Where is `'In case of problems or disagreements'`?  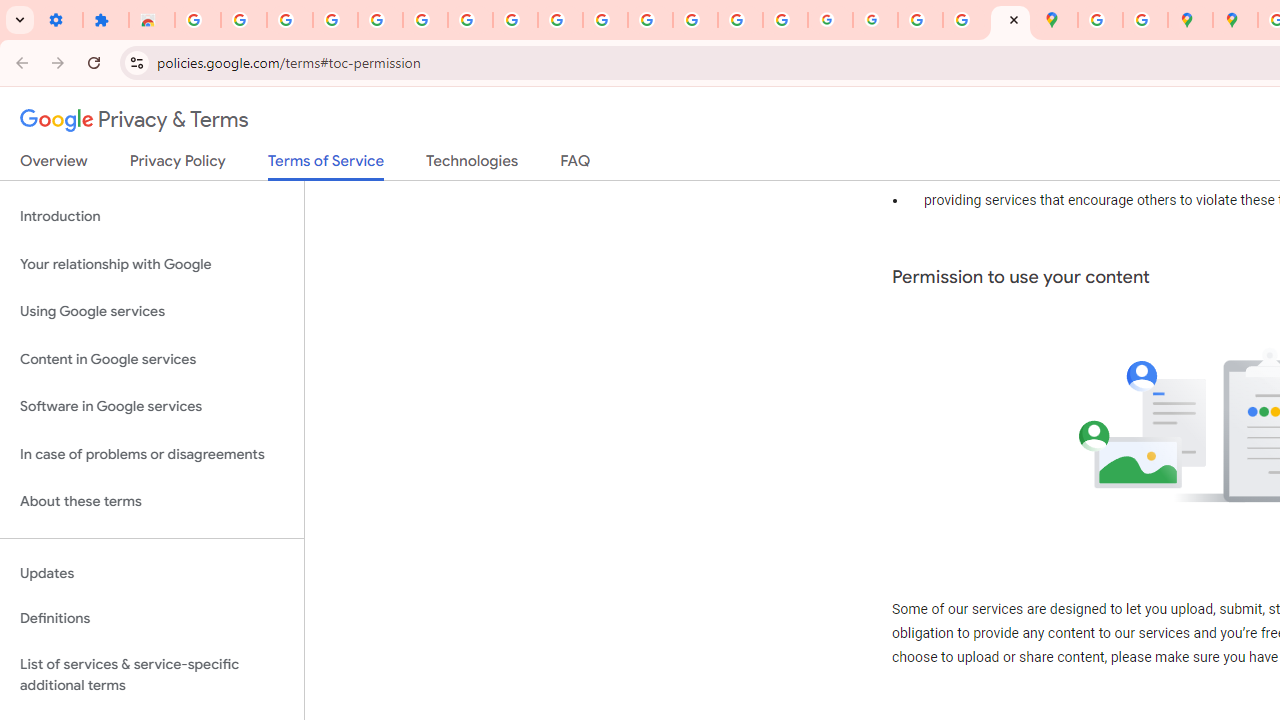 'In case of problems or disagreements' is located at coordinates (151, 454).